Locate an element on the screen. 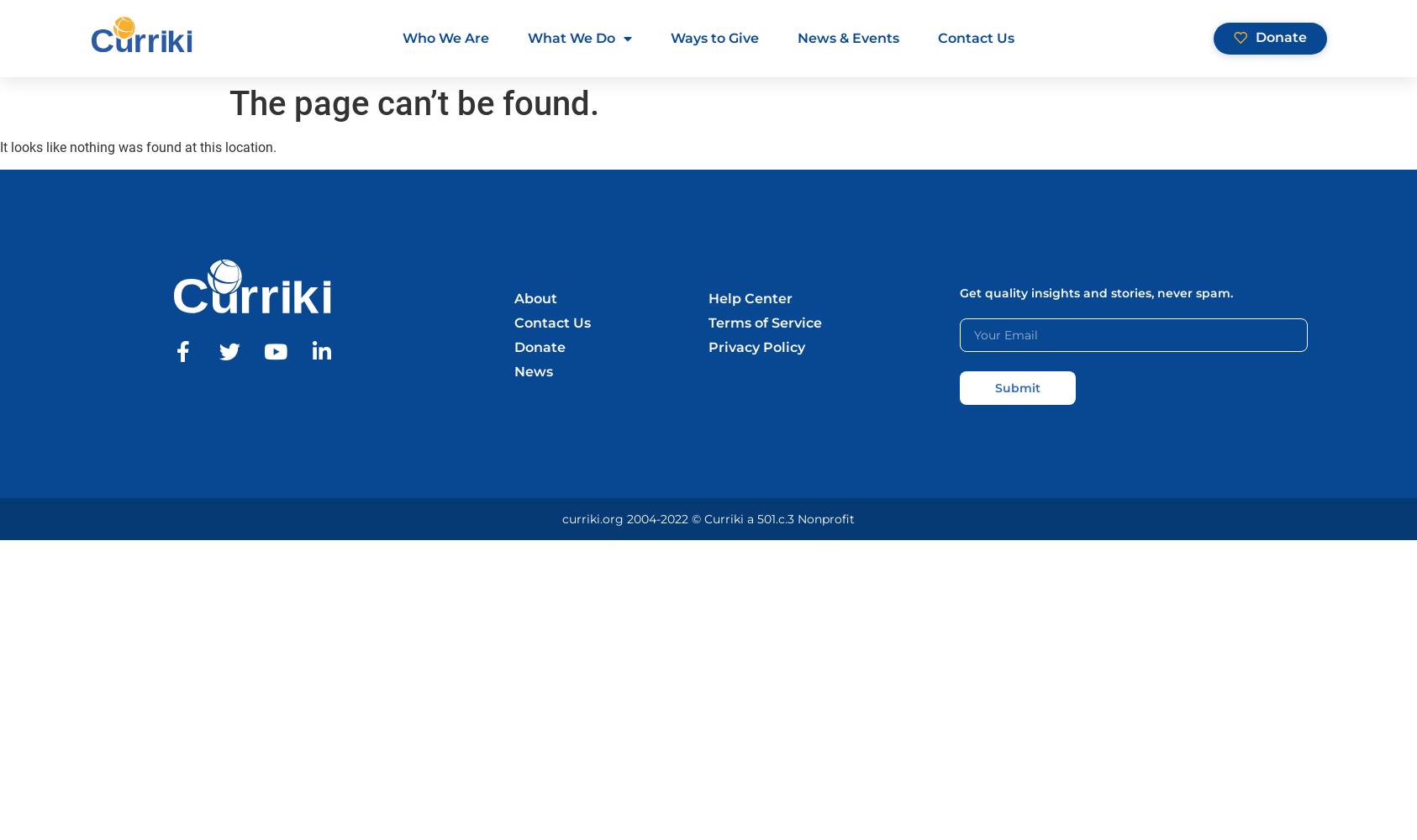 The height and width of the screenshot is (840, 1417). 'curriki.org 2004-2022 © Curriki a 501.c.3 Nonprofit' is located at coordinates (708, 517).